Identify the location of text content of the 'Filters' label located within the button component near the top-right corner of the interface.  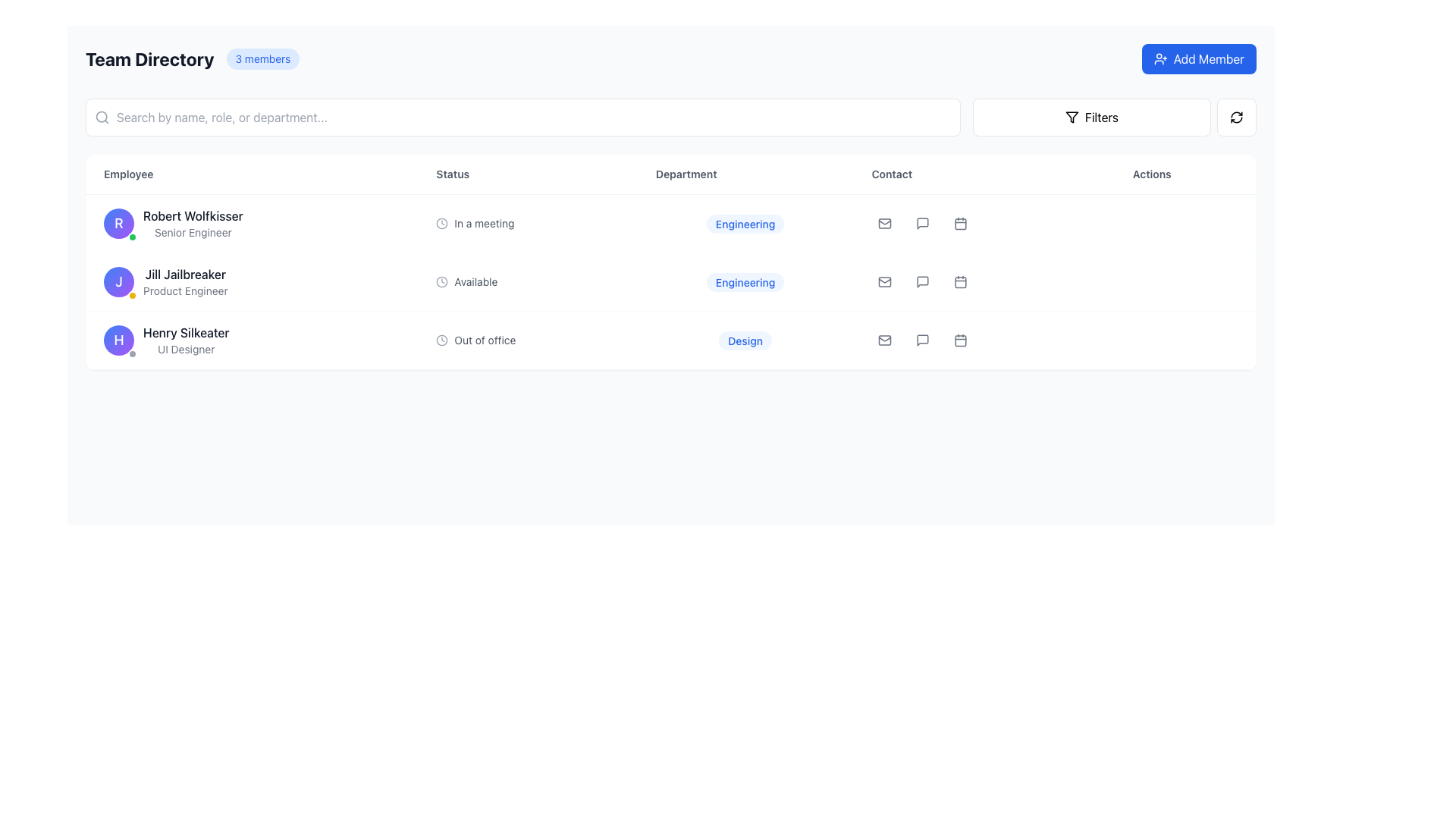
(1102, 116).